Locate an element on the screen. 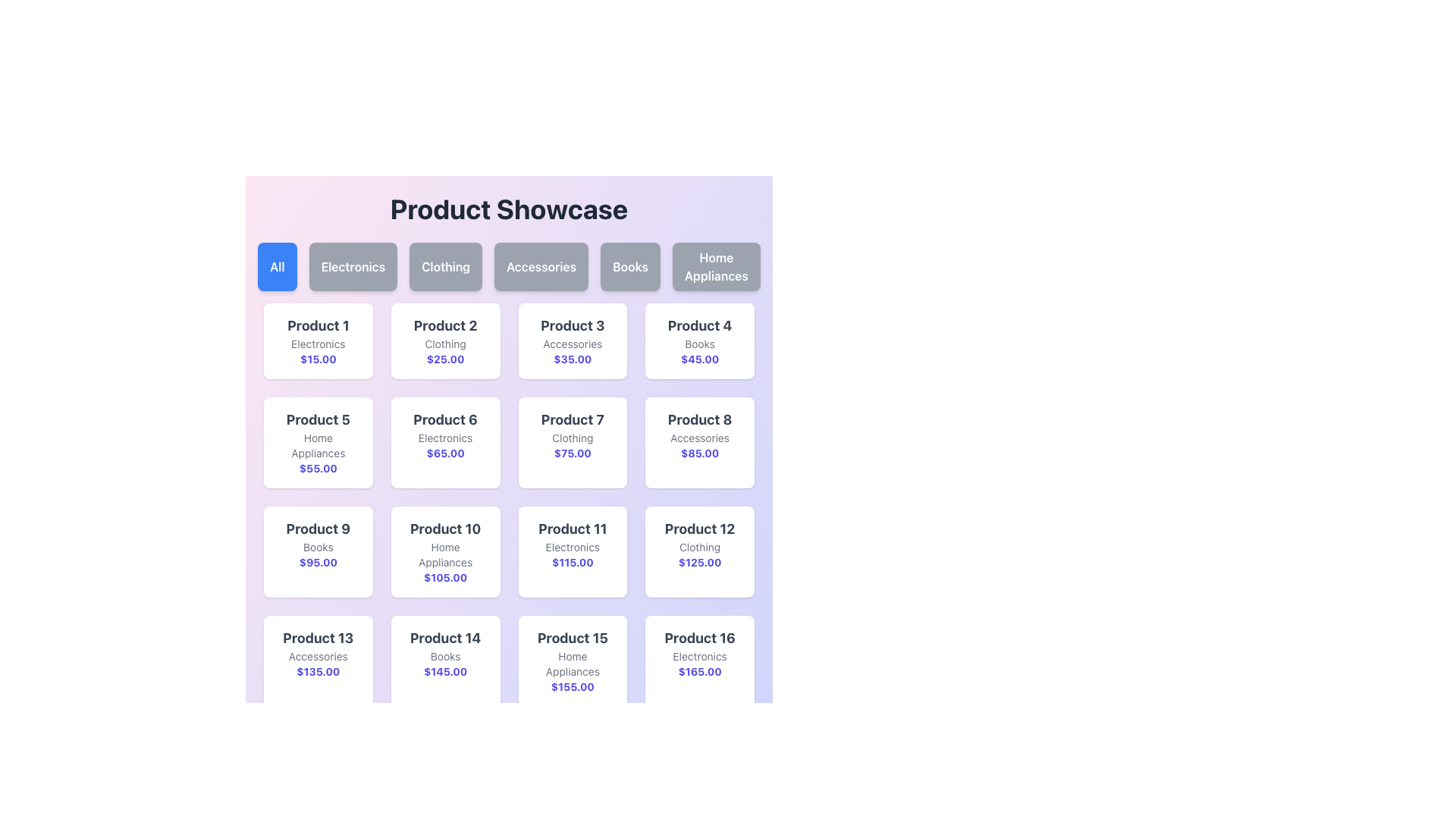  the 'Accessories' button, which is the fourth button from the left in a group of six buttons located at the top center of the interface, to filter the products is located at coordinates (541, 265).